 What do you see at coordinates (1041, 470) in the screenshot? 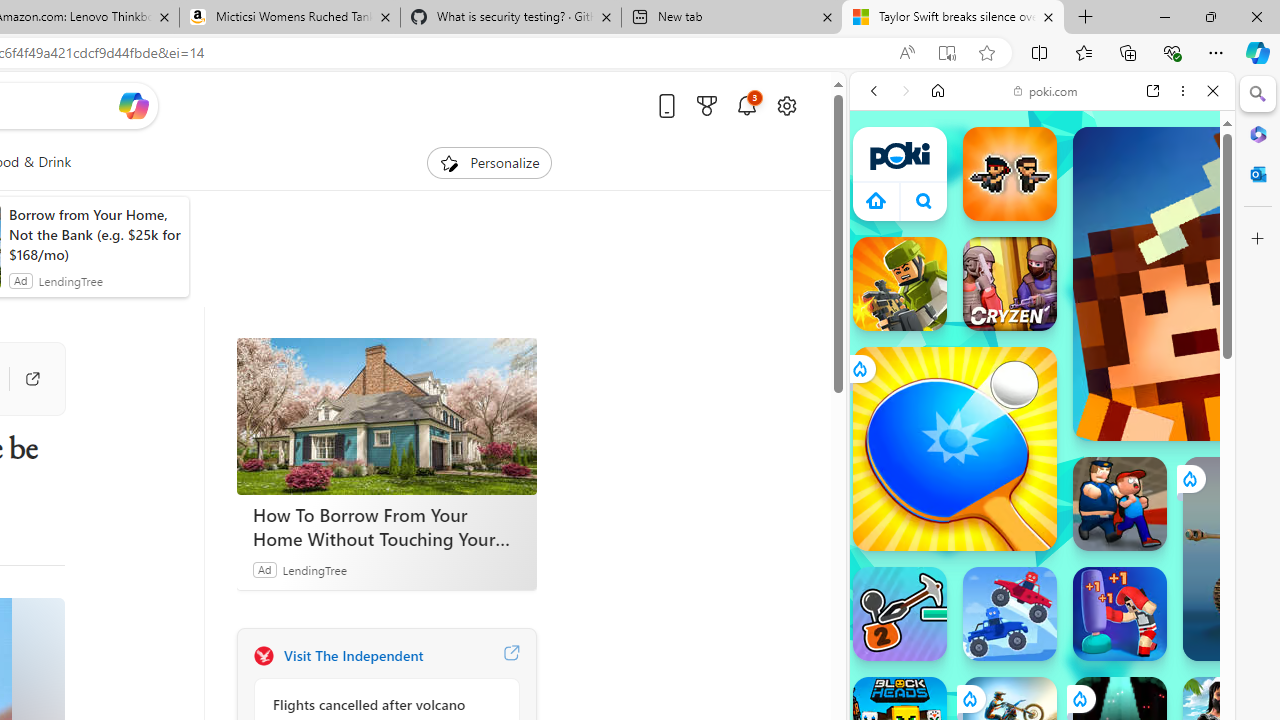
I see `'Car Games'` at bounding box center [1041, 470].